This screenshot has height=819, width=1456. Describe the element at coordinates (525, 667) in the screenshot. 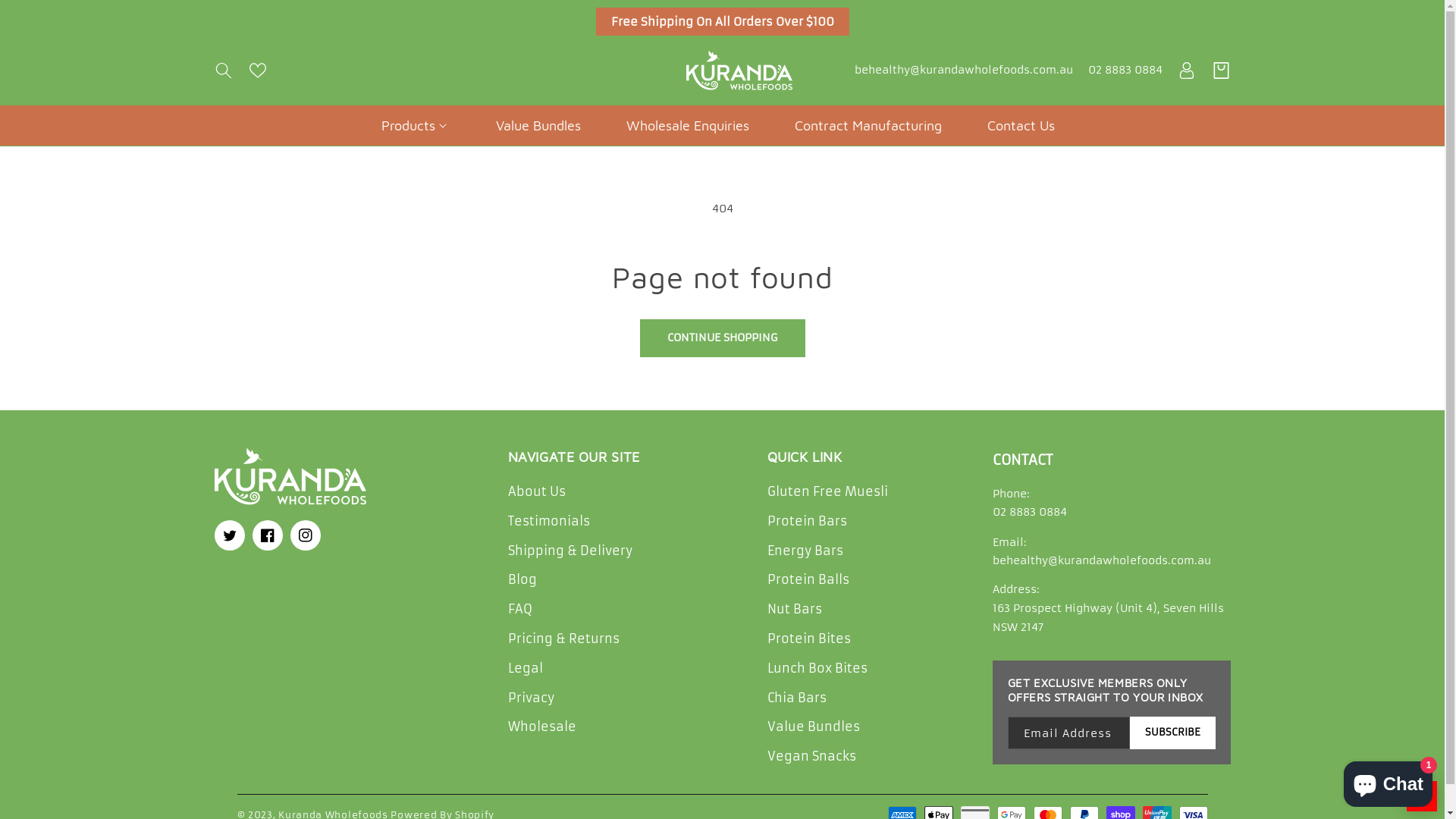

I see `'Legal'` at that location.